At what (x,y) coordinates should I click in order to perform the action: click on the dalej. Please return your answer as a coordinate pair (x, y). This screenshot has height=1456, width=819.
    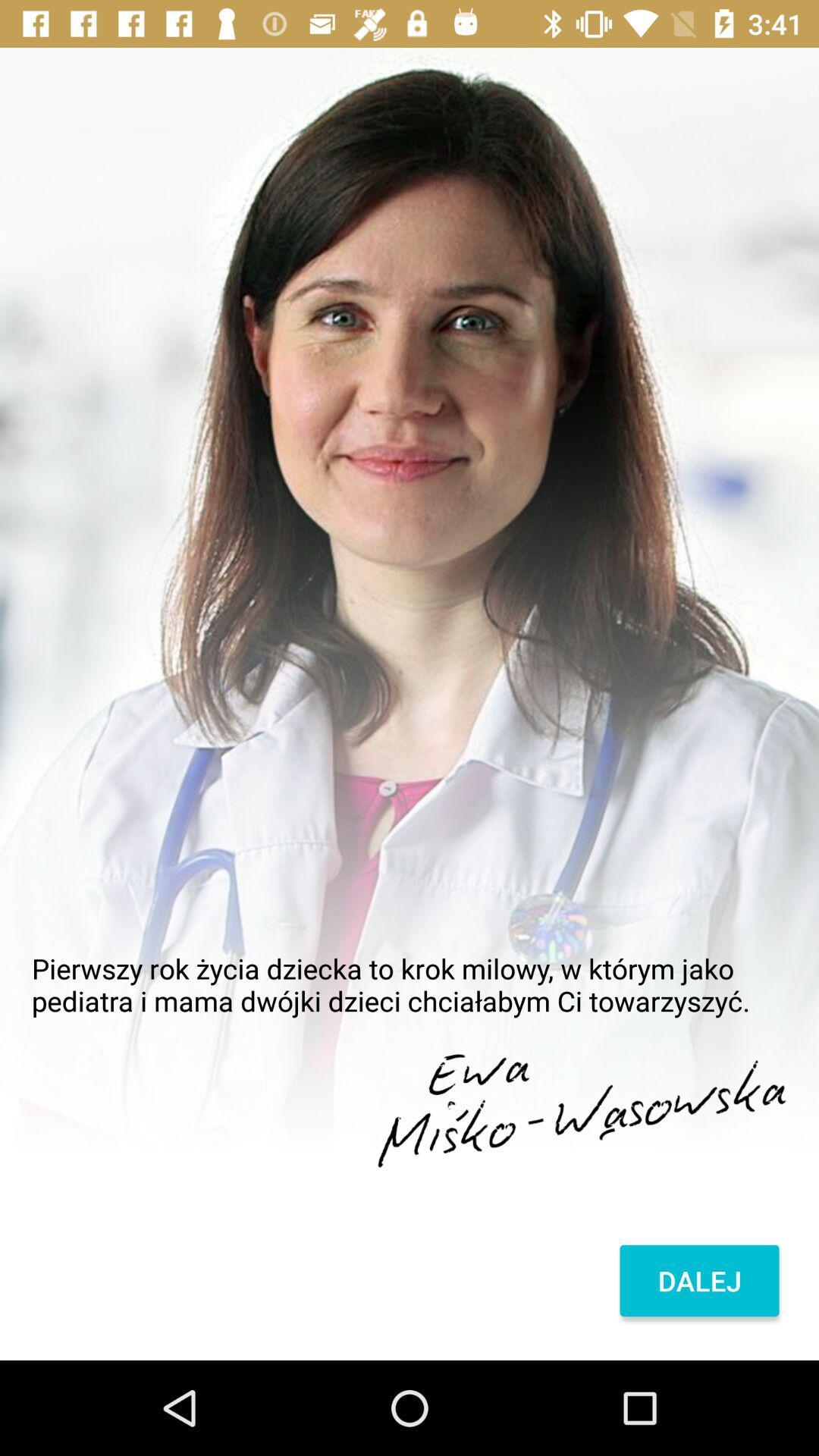
    Looking at the image, I should click on (699, 1280).